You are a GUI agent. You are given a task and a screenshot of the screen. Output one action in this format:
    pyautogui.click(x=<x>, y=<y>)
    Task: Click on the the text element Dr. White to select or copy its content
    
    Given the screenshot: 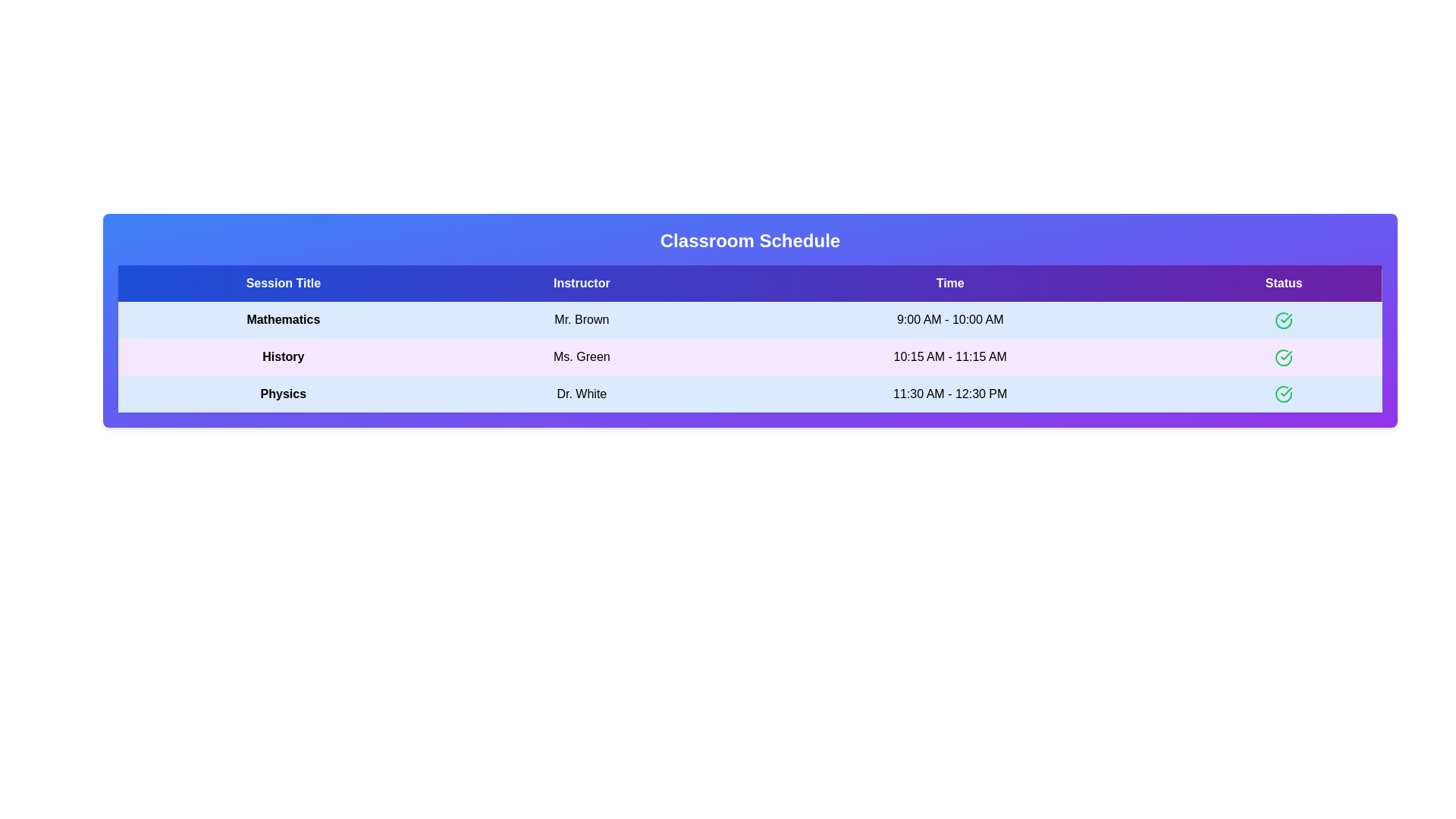 What is the action you would take?
    pyautogui.click(x=581, y=394)
    